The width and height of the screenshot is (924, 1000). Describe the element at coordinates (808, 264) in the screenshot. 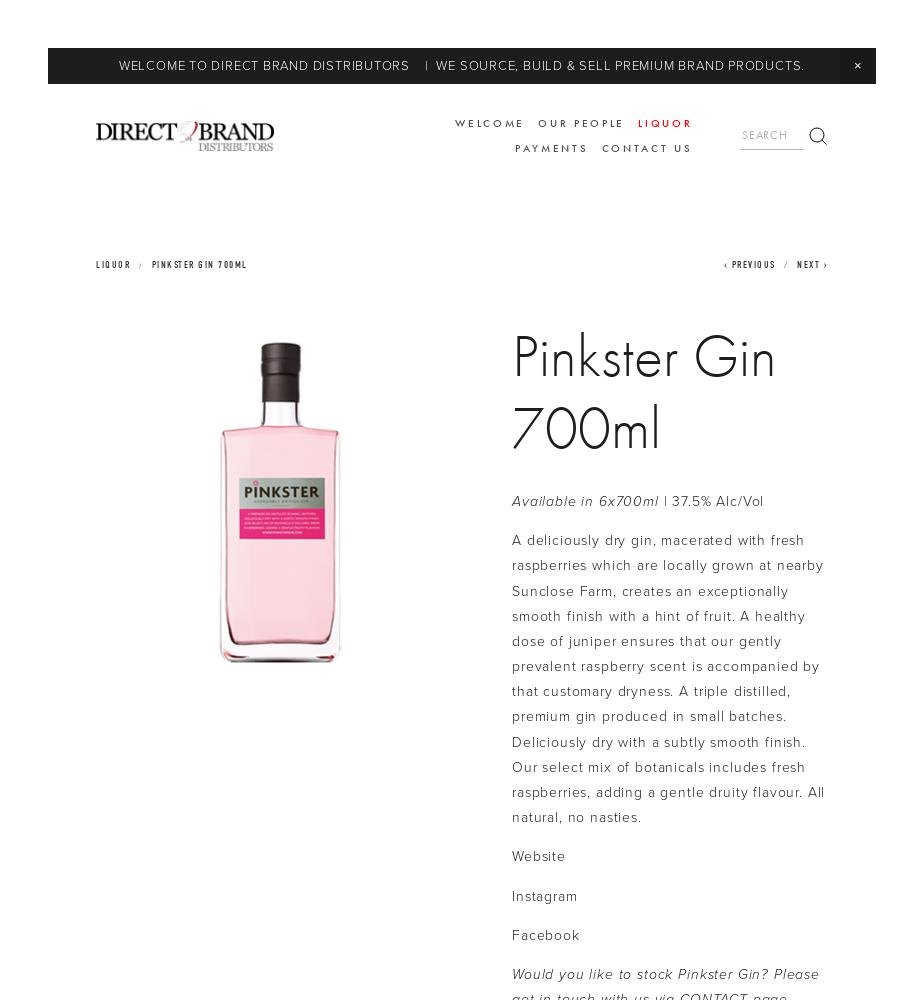

I see `'Next'` at that location.